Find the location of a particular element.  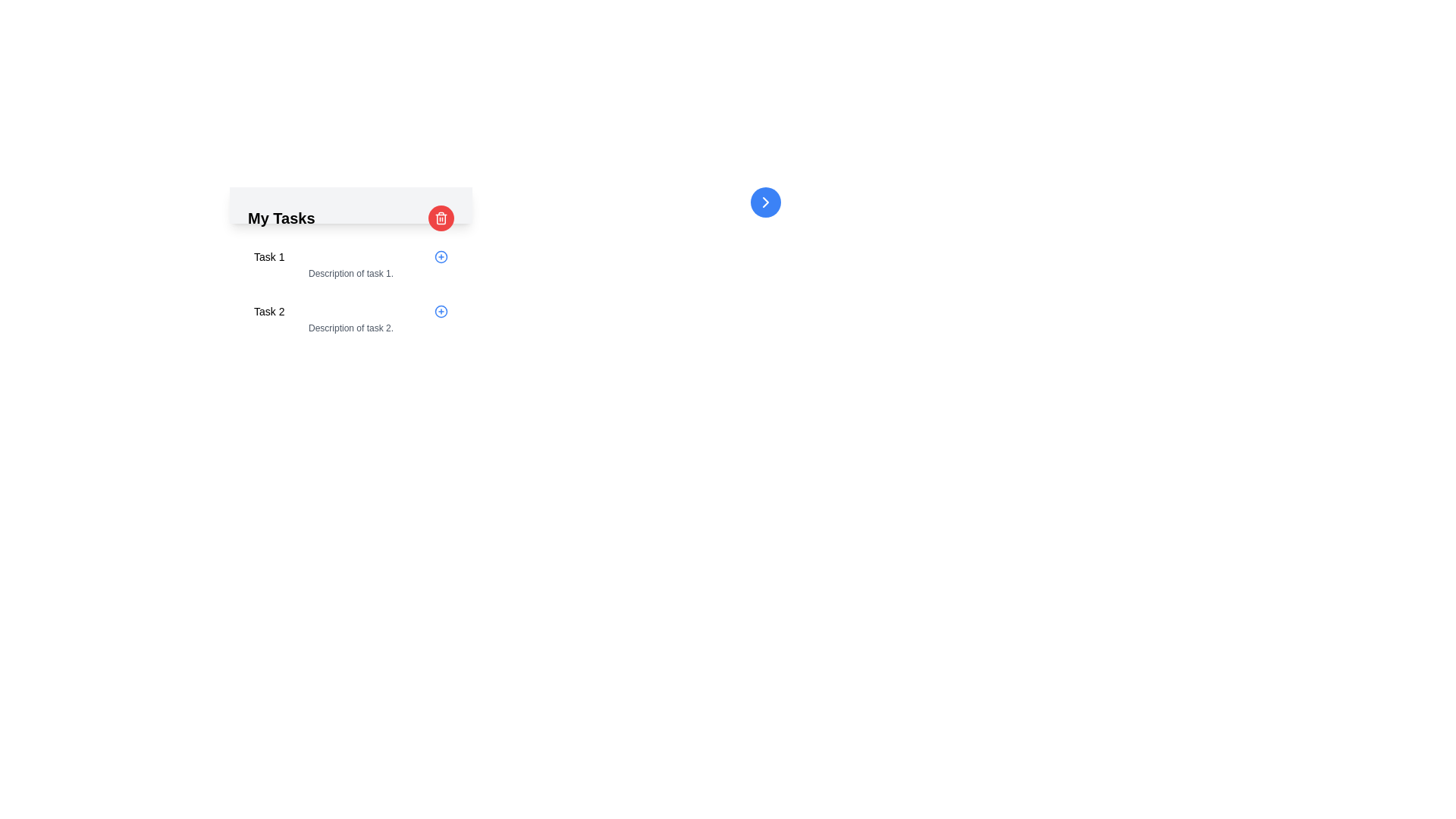

the Chevron Icon located near the right edge of task-specific rows in the task listing interface is located at coordinates (765, 201).